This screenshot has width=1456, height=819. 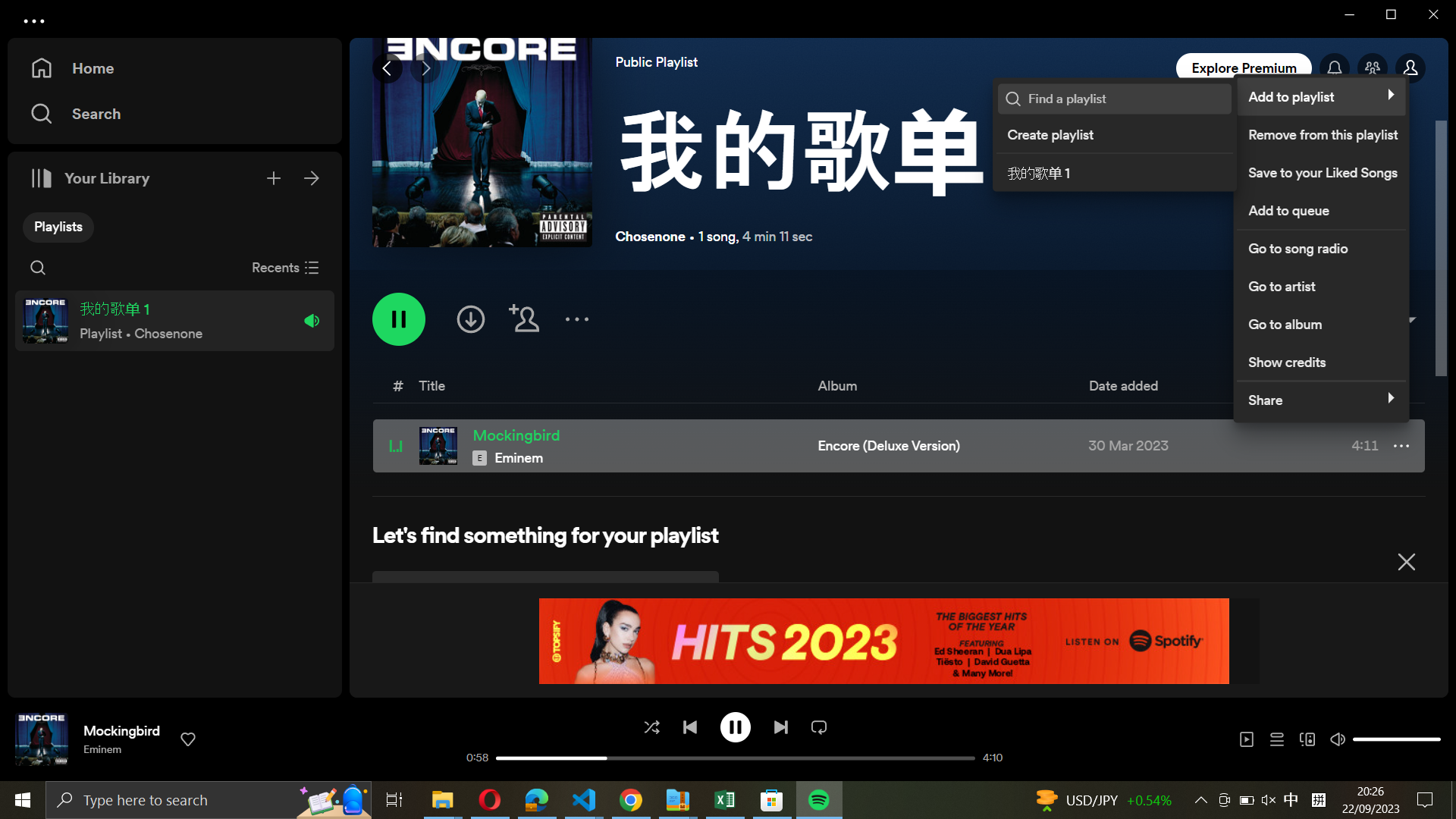 I want to click on a chosen artist"s section, so click(x=1319, y=284).